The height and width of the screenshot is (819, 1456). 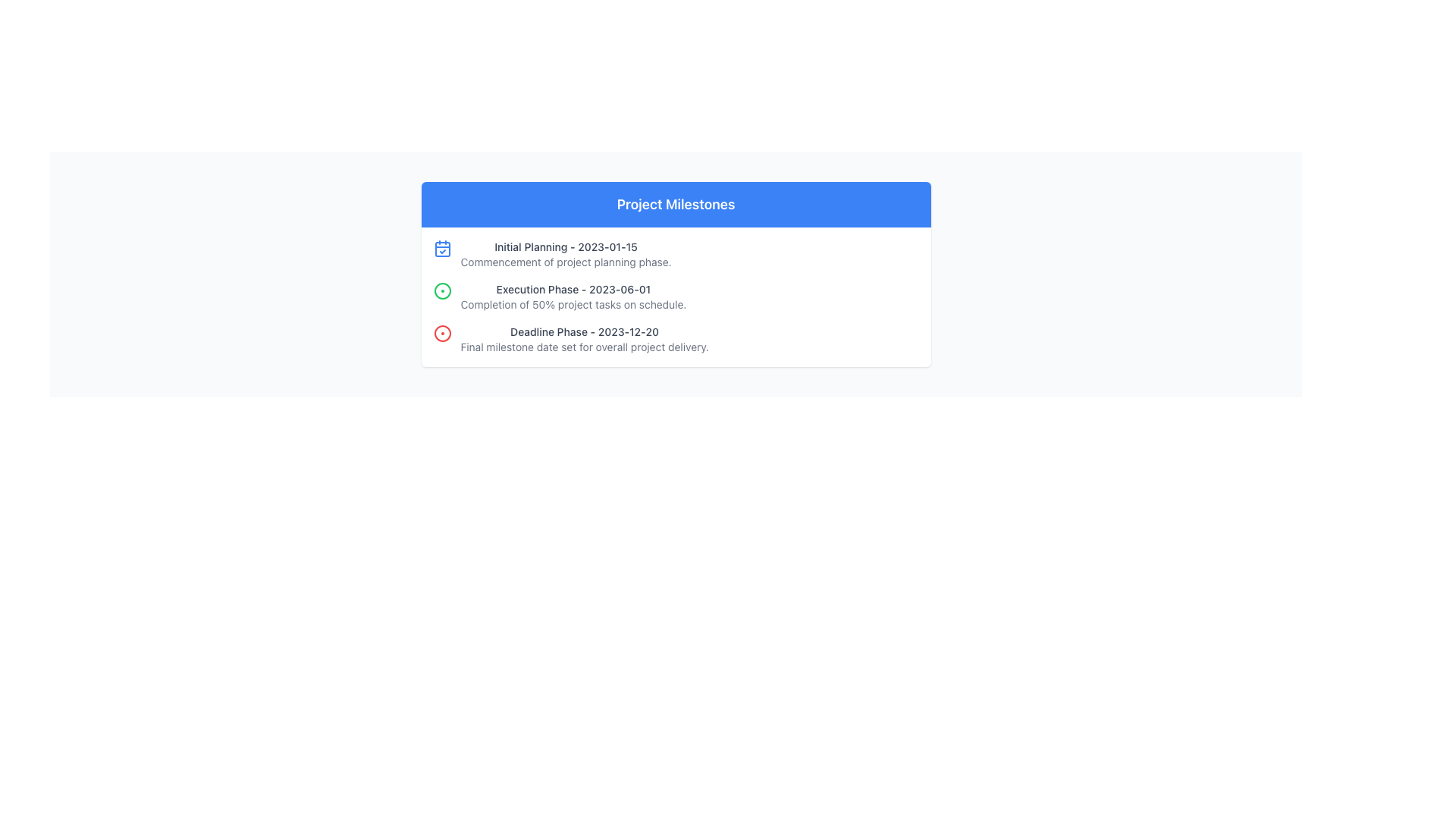 What do you see at coordinates (441, 291) in the screenshot?
I see `the circular icon indicator located to the left of the text labeled 'Execution Phase - 2023-06-01'` at bounding box center [441, 291].